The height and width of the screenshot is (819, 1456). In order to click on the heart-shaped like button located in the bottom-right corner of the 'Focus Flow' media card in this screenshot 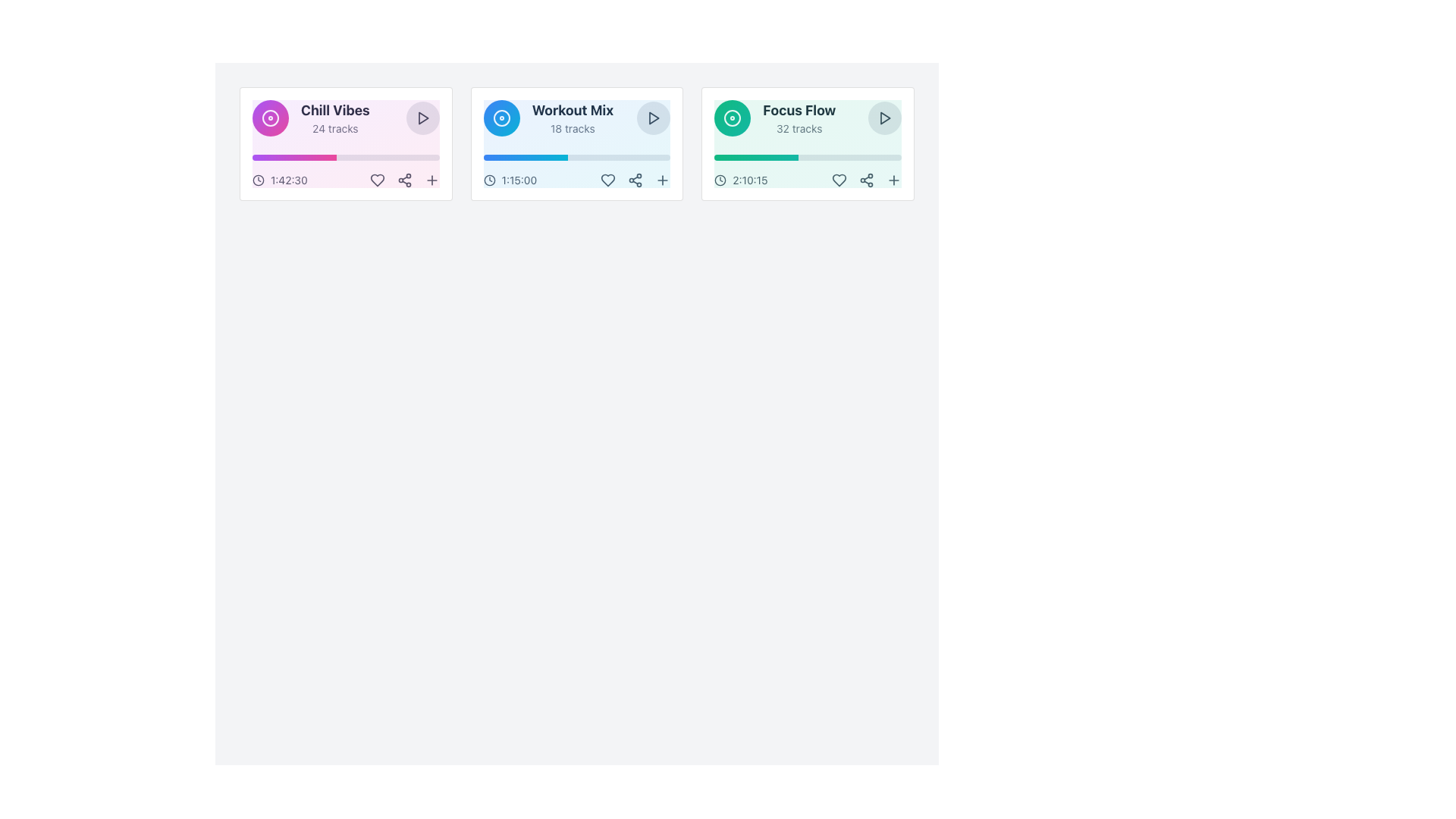, I will do `click(839, 180)`.